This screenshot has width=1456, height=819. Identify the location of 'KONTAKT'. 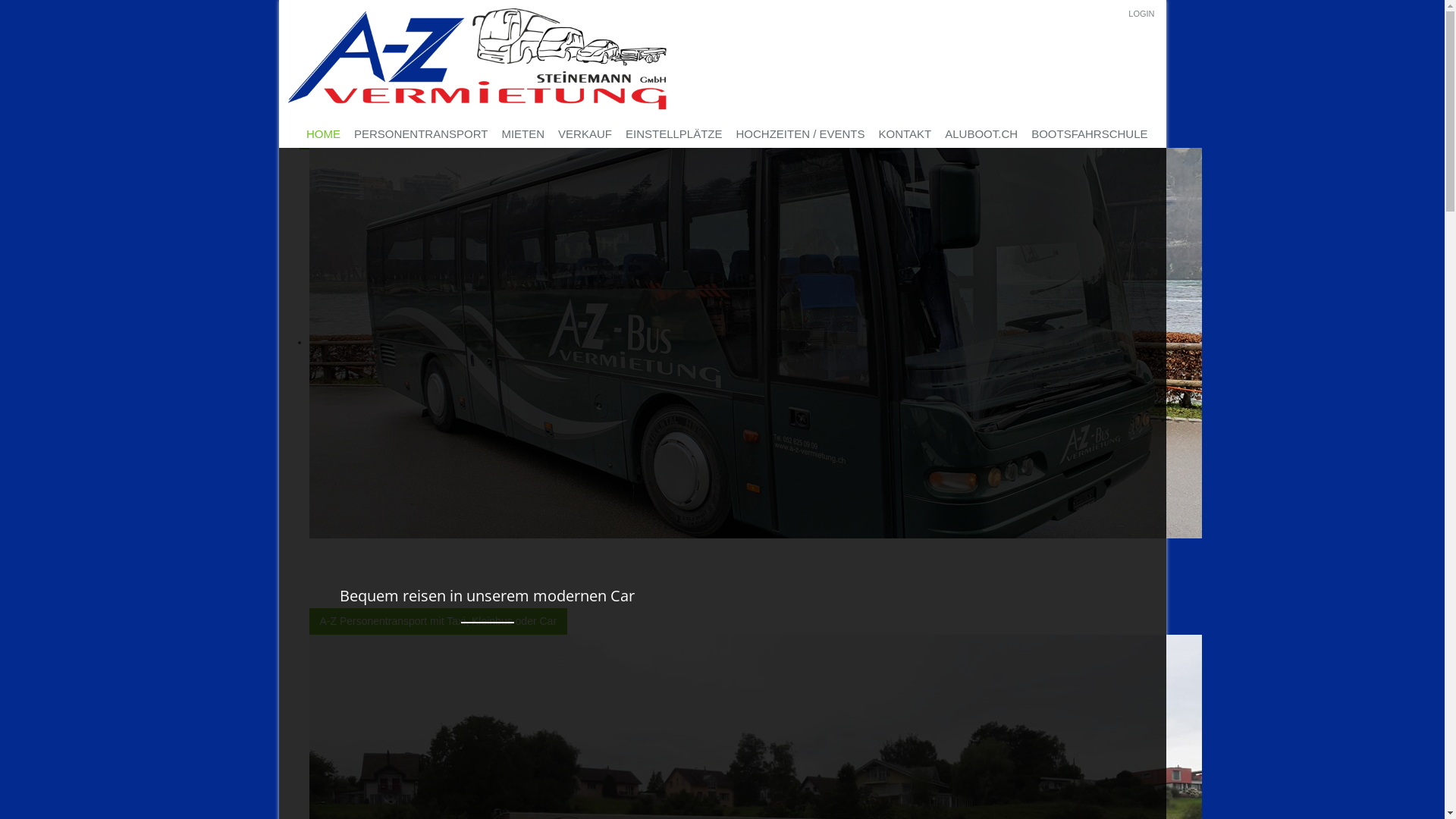
(905, 133).